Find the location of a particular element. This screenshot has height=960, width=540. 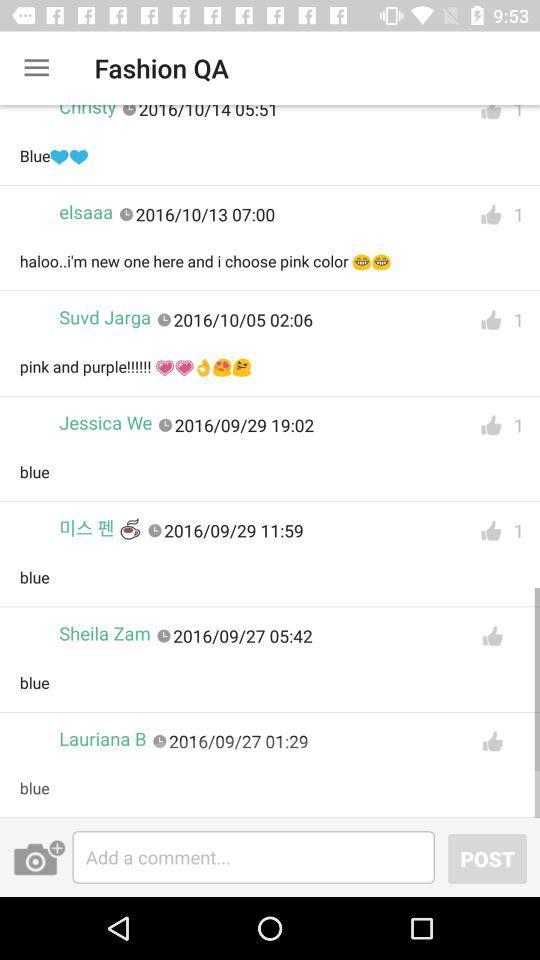

thumbs up button that you liked the content of message is located at coordinates (490, 530).